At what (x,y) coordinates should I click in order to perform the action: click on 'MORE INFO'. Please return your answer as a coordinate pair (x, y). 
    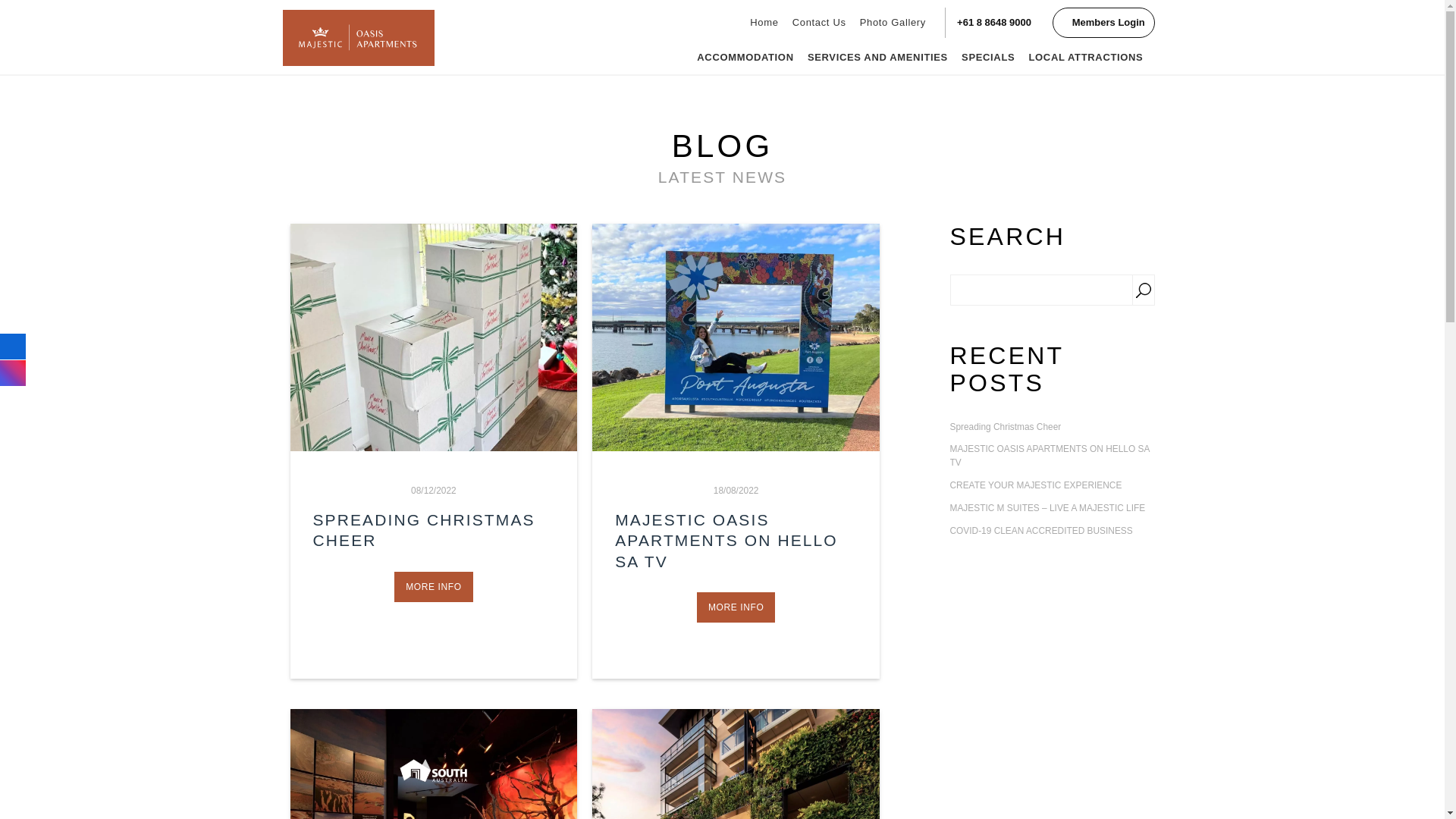
    Looking at the image, I should click on (736, 607).